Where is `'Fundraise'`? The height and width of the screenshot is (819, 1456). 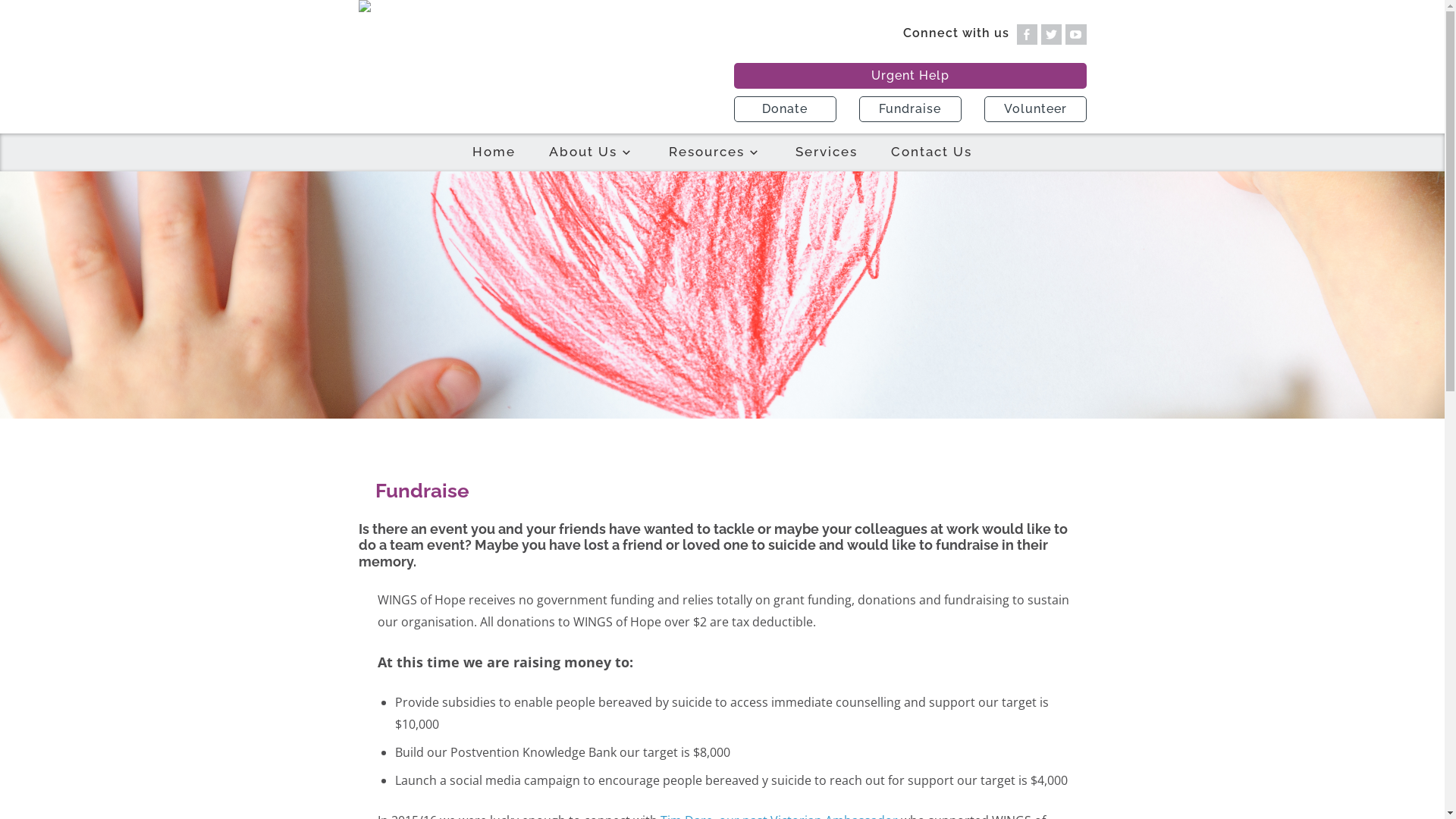
'Fundraise' is located at coordinates (909, 108).